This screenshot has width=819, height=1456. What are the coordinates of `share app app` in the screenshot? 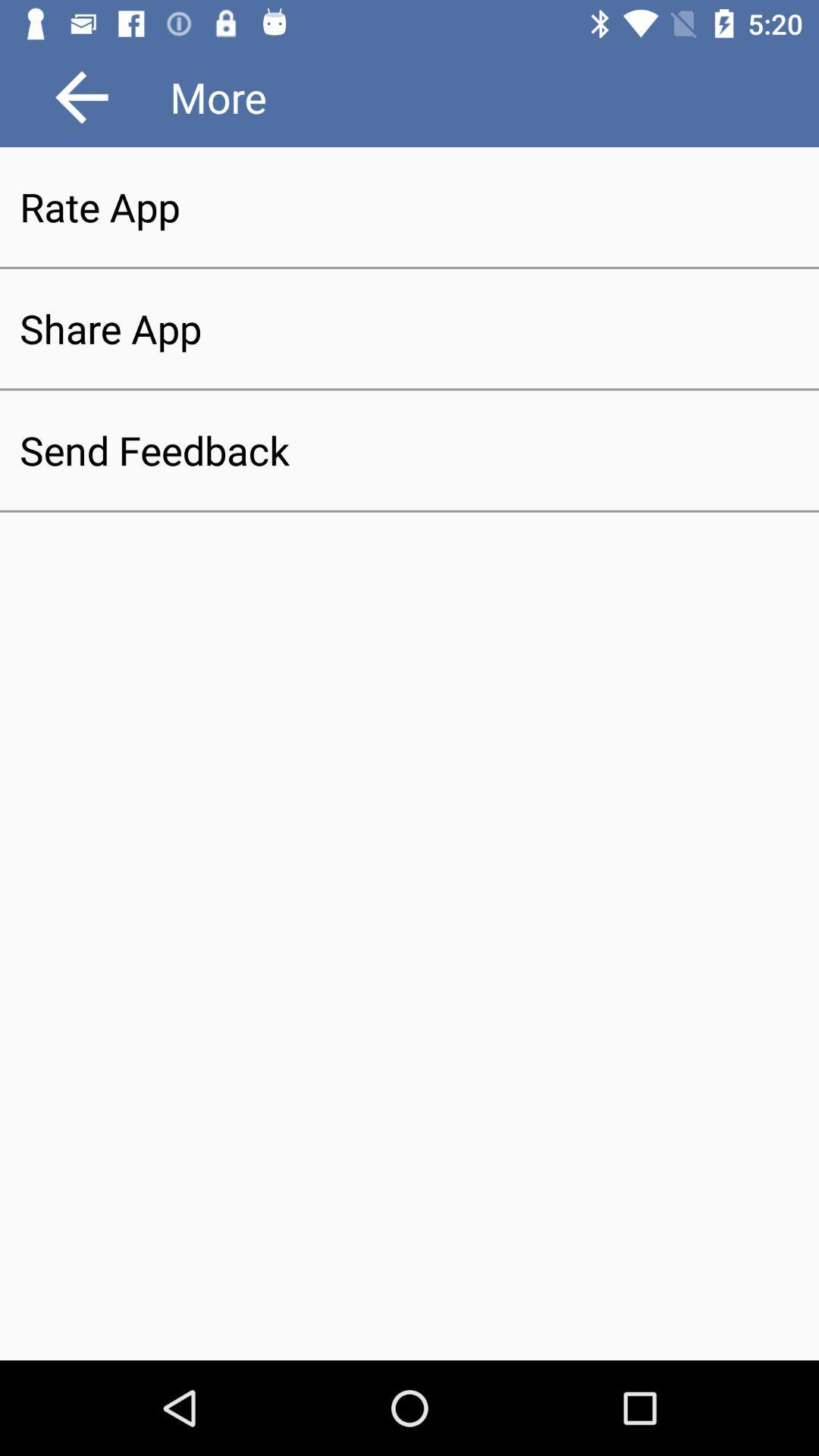 It's located at (409, 328).